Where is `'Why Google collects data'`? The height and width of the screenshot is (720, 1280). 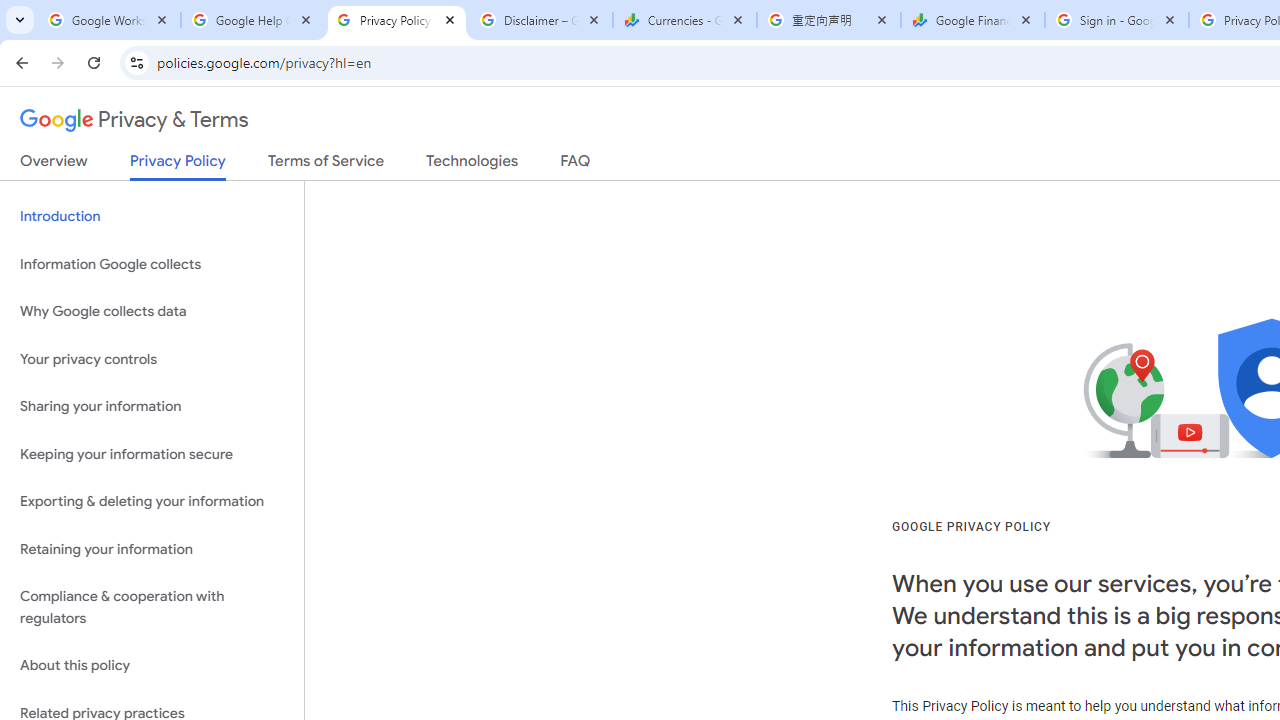 'Why Google collects data' is located at coordinates (151, 312).